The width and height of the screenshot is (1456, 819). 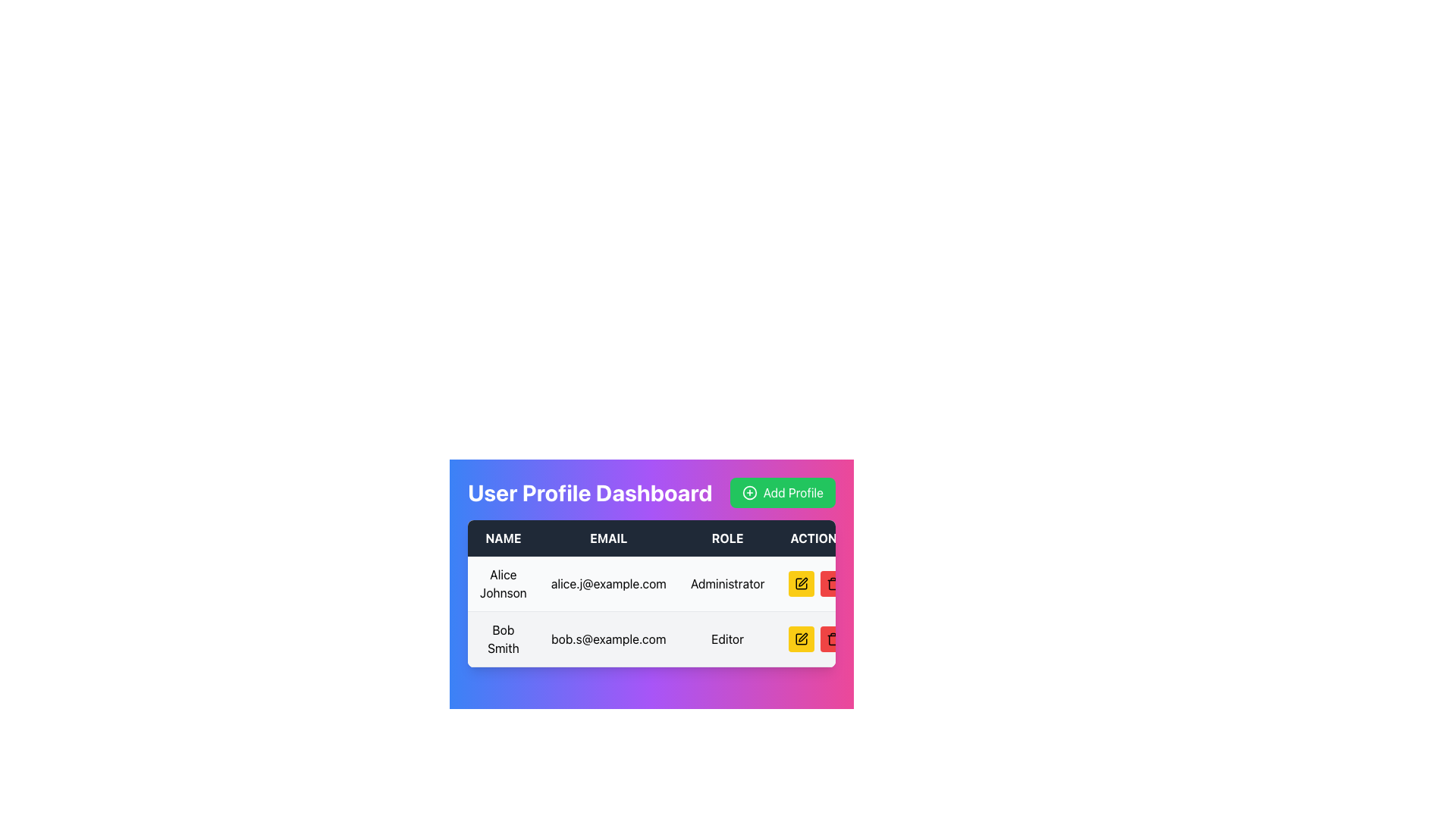 What do you see at coordinates (801, 639) in the screenshot?
I see `the yellow button with a pen icon in the 'Action' column for user 'Bob Smith'` at bounding box center [801, 639].